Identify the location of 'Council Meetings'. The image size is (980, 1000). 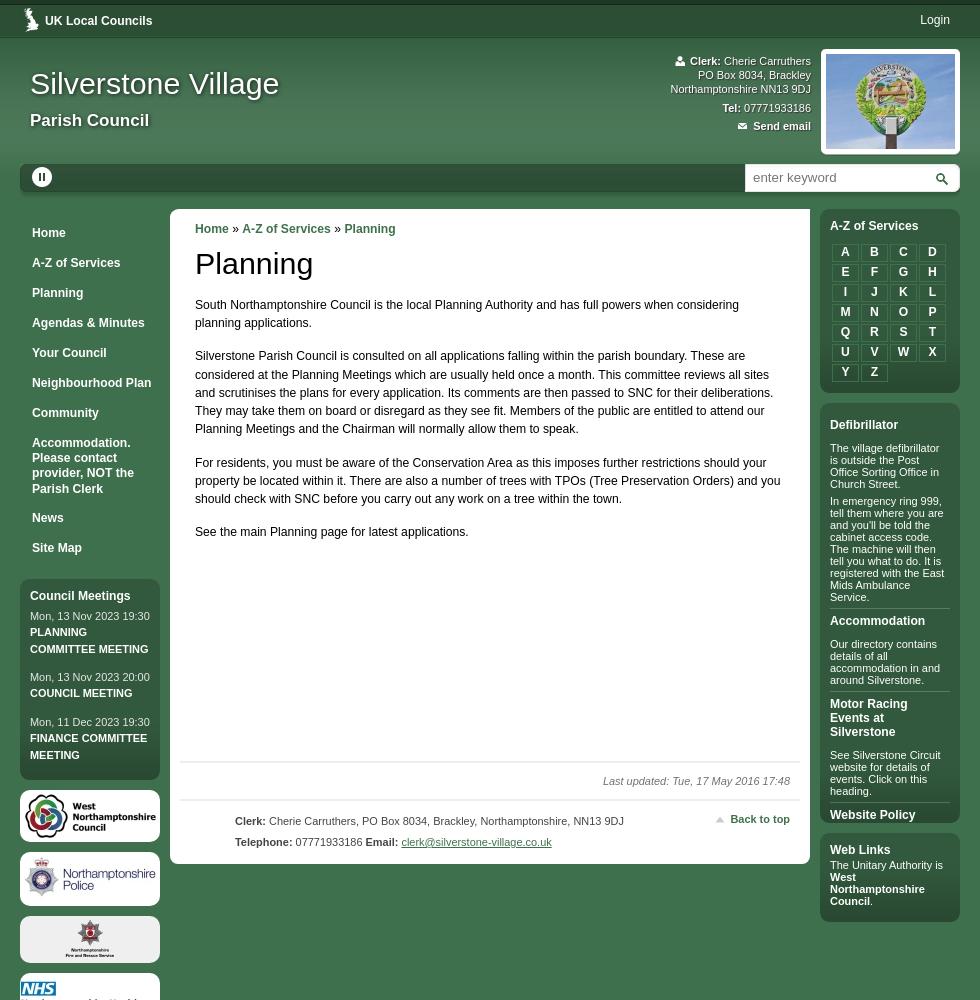
(29, 594).